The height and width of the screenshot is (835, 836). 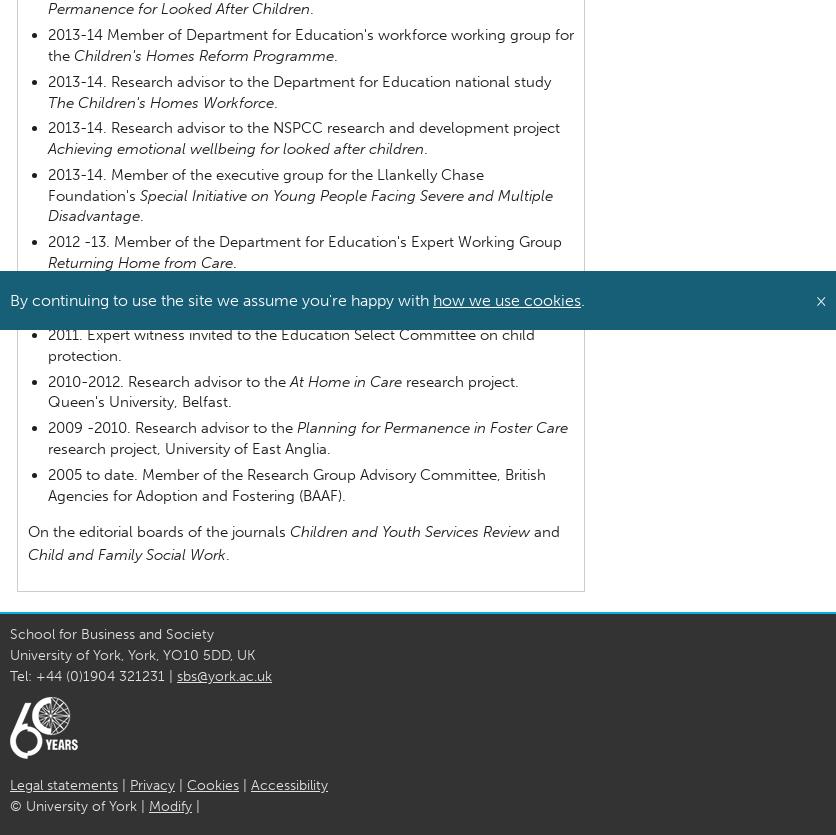 I want to click on 'Planning for Permanence in Foster Care', so click(x=296, y=427).